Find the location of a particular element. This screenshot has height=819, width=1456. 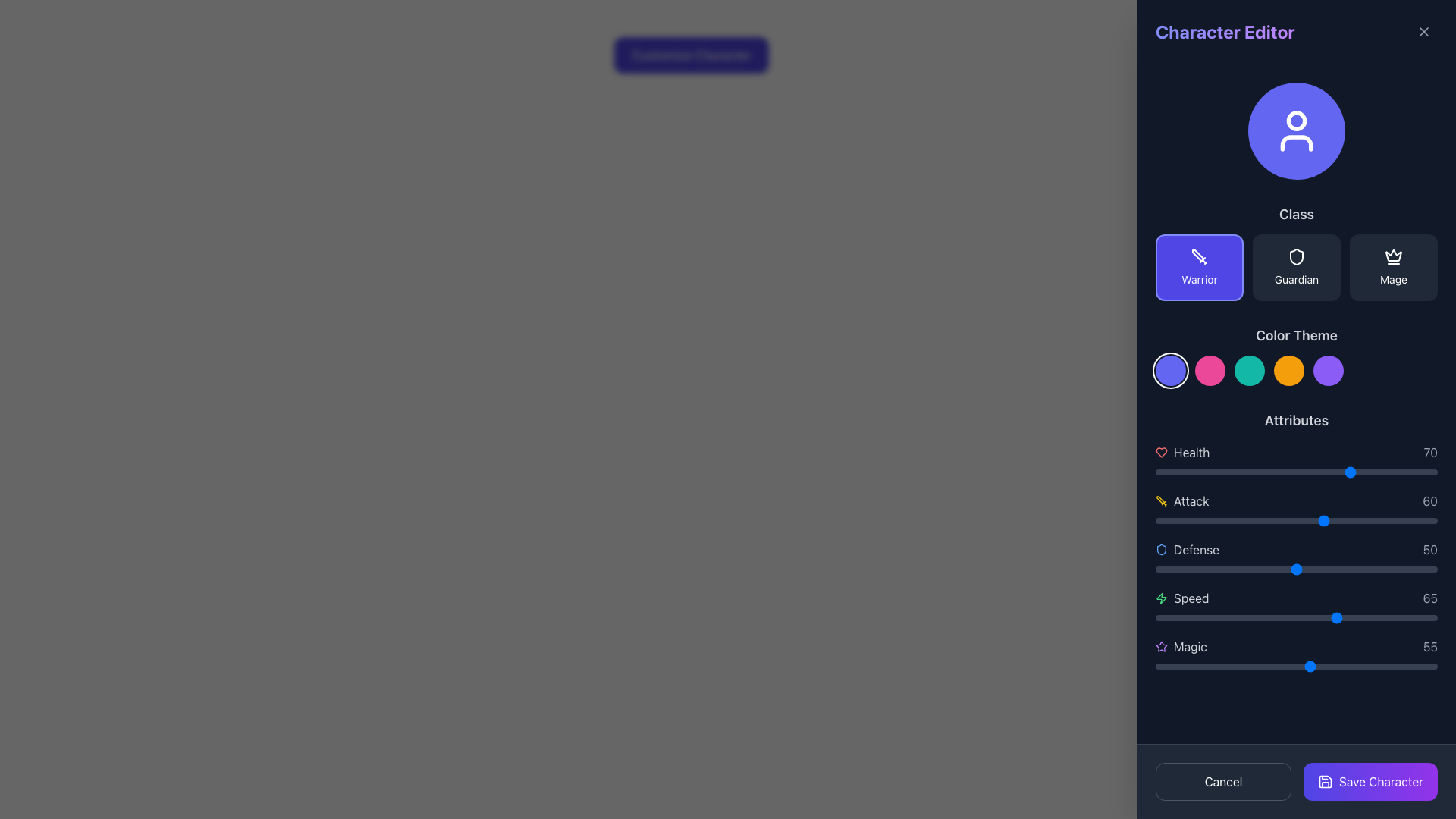

the 'Health' slider located under the 'Attributes' header, specifically positioned under the heart icon and the text '70', as it is the first slider in the right-hand sidebar is located at coordinates (1295, 472).